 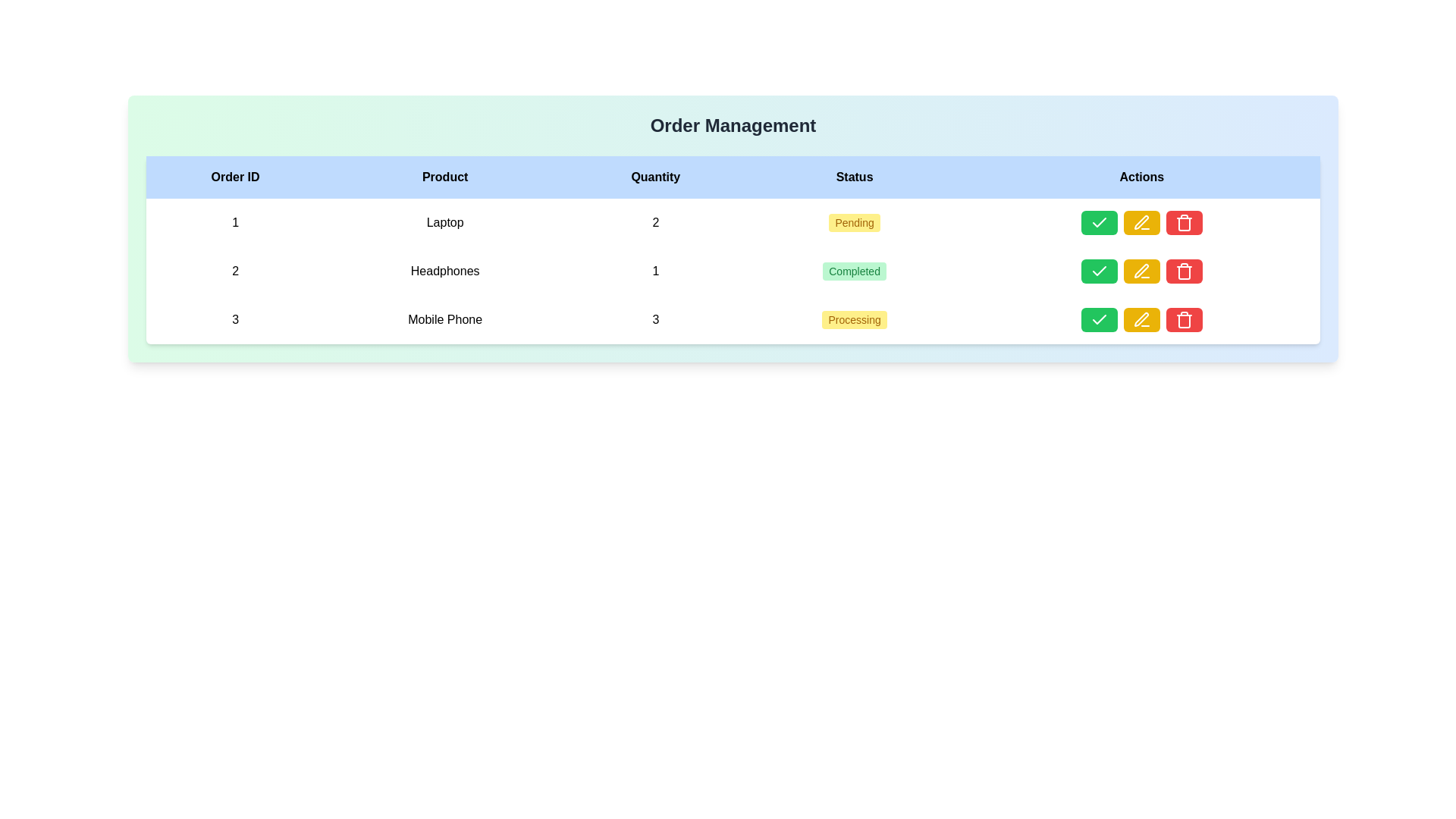 I want to click on the yellow button with a pen icon in the 'Actions' column of the third row of the table to trigger a visual effect, so click(x=1141, y=318).